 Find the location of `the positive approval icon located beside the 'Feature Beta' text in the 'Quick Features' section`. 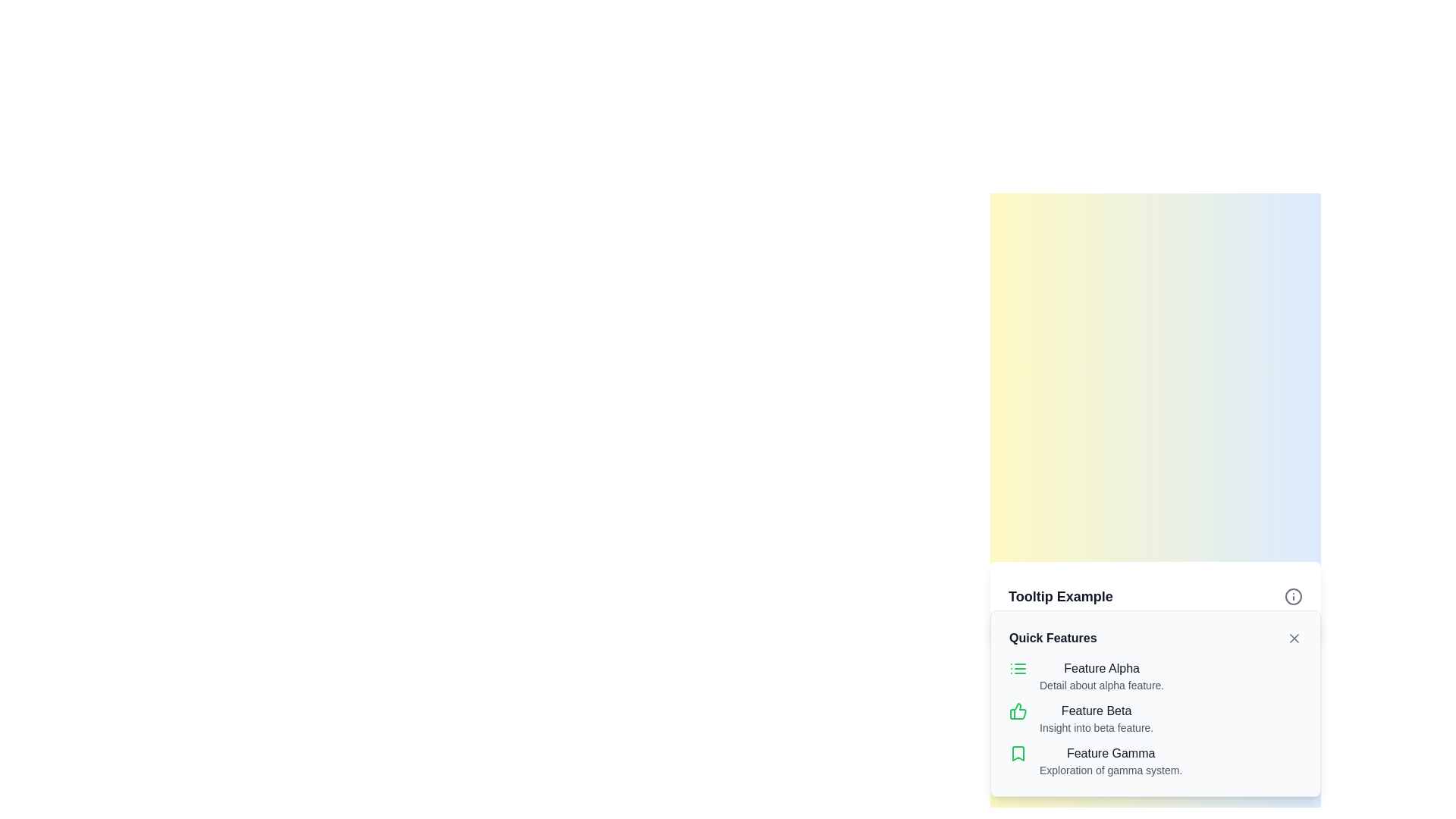

the positive approval icon located beside the 'Feature Beta' text in the 'Quick Features' section is located at coordinates (1018, 711).